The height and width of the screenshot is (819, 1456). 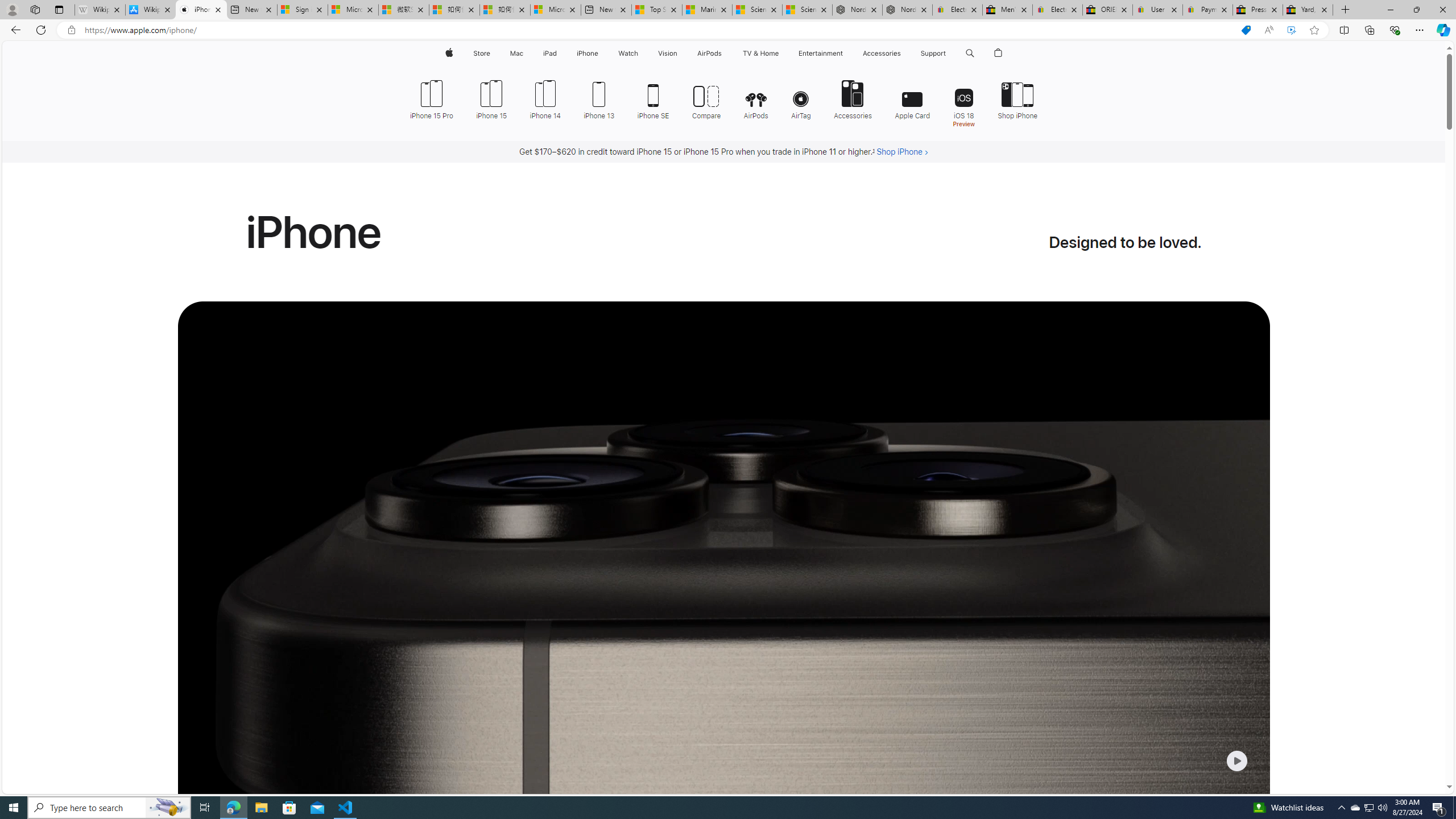 What do you see at coordinates (932, 53) in the screenshot?
I see `'Support'` at bounding box center [932, 53].